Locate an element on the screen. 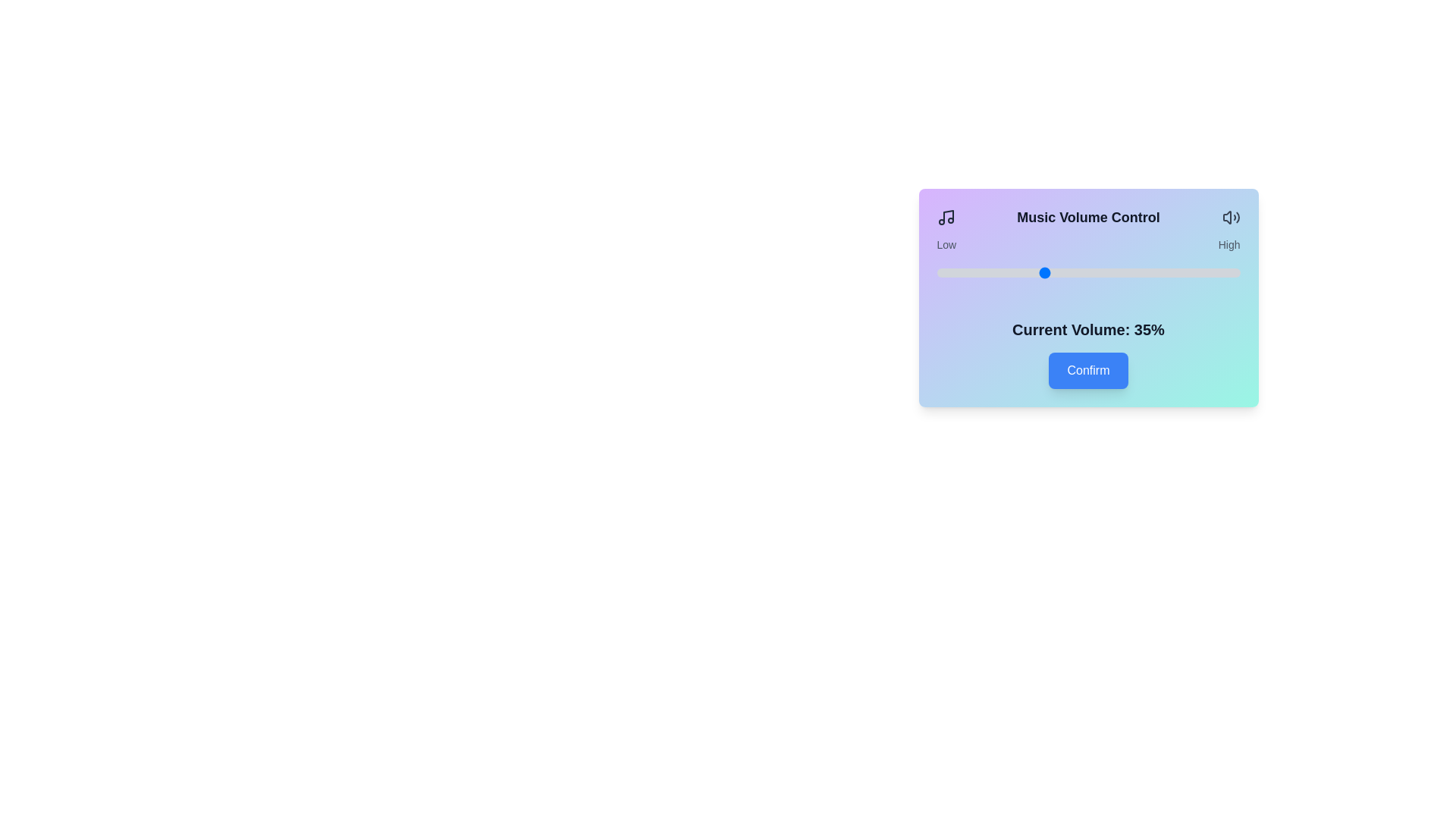 The image size is (1456, 819). the 'Confirm' button to confirm the current volume setting is located at coordinates (1087, 371).